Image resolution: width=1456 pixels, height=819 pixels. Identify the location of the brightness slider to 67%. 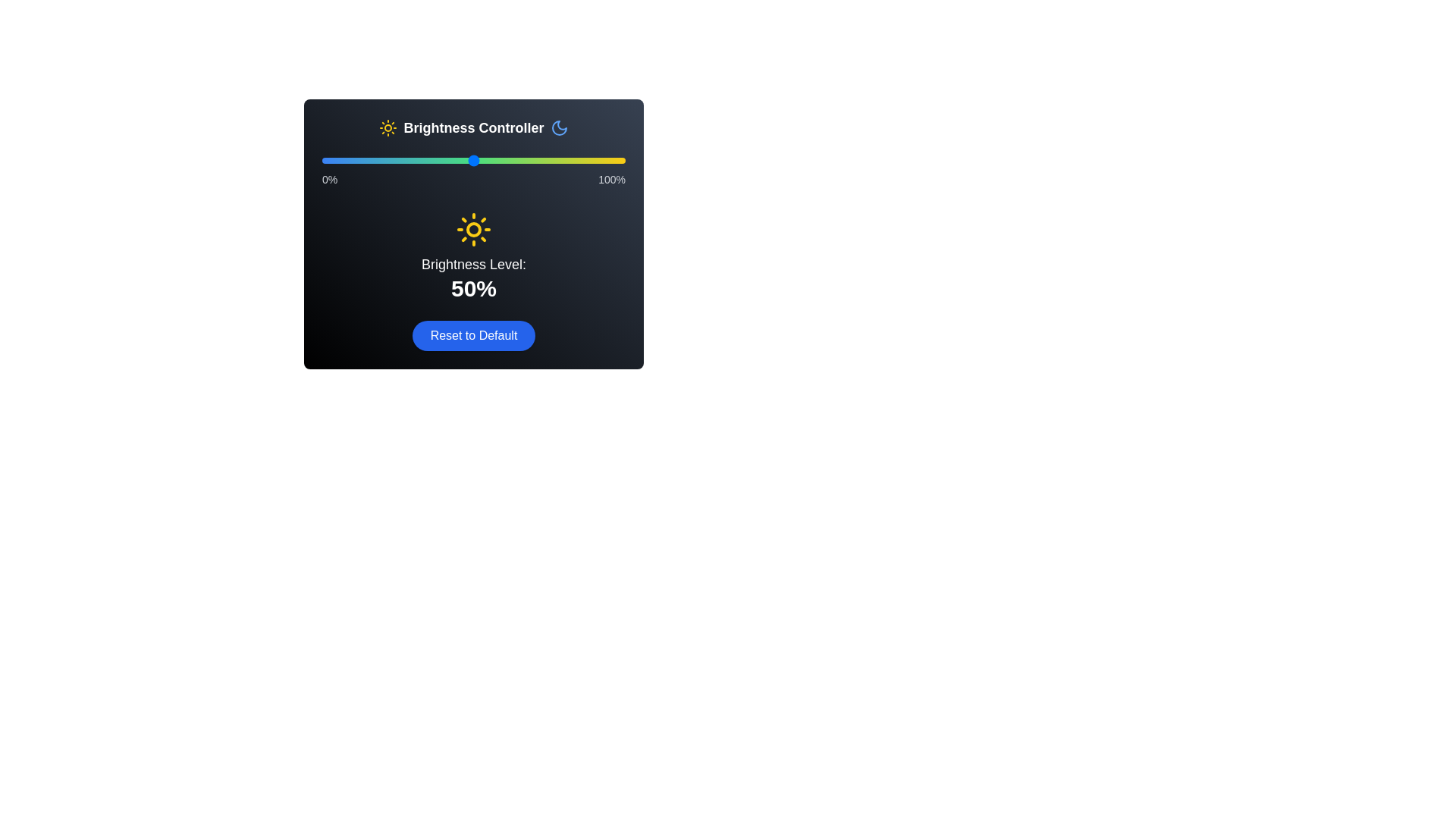
(525, 161).